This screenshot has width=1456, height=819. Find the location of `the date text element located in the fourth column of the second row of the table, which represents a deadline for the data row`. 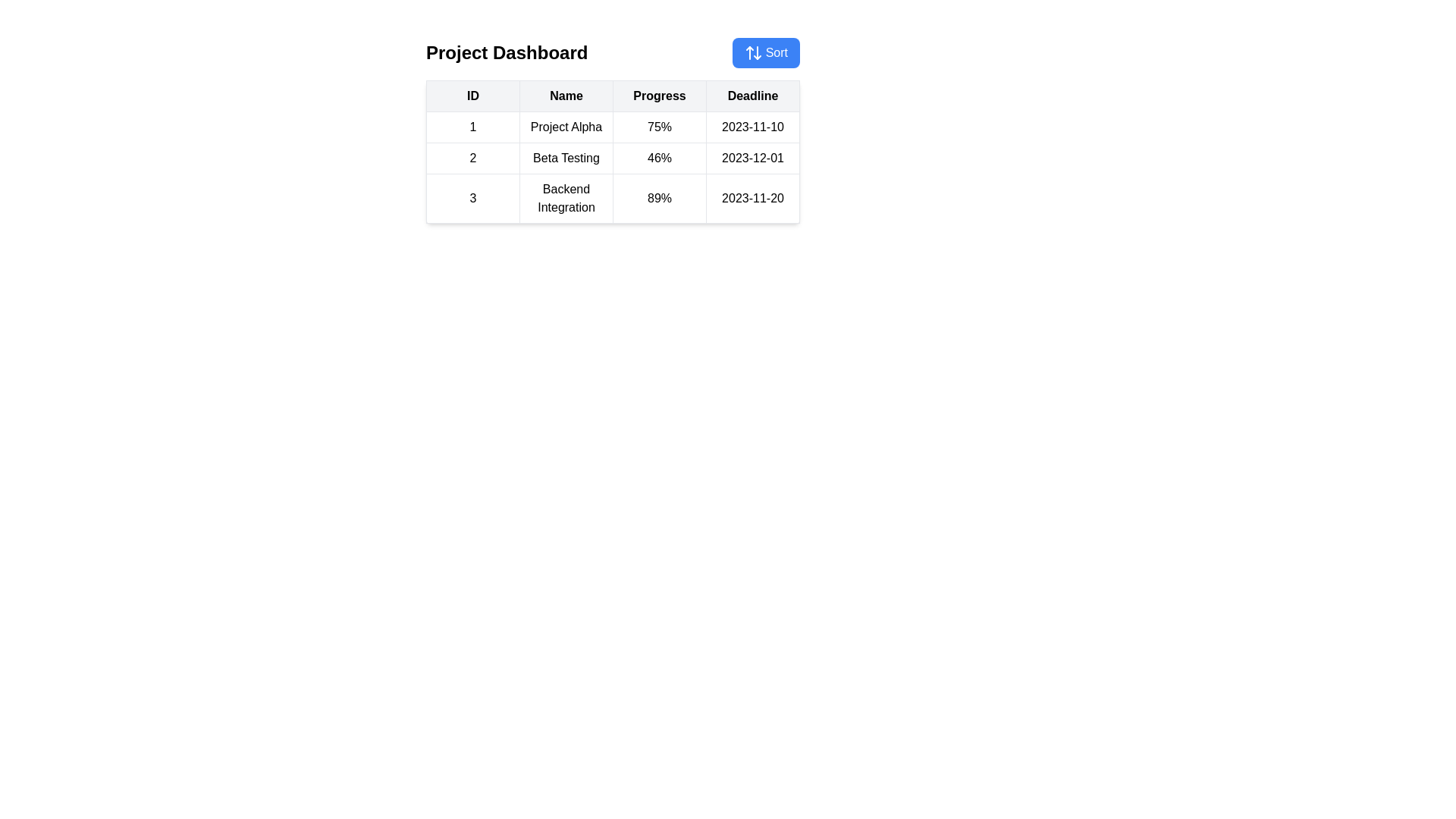

the date text element located in the fourth column of the second row of the table, which represents a deadline for the data row is located at coordinates (753, 158).